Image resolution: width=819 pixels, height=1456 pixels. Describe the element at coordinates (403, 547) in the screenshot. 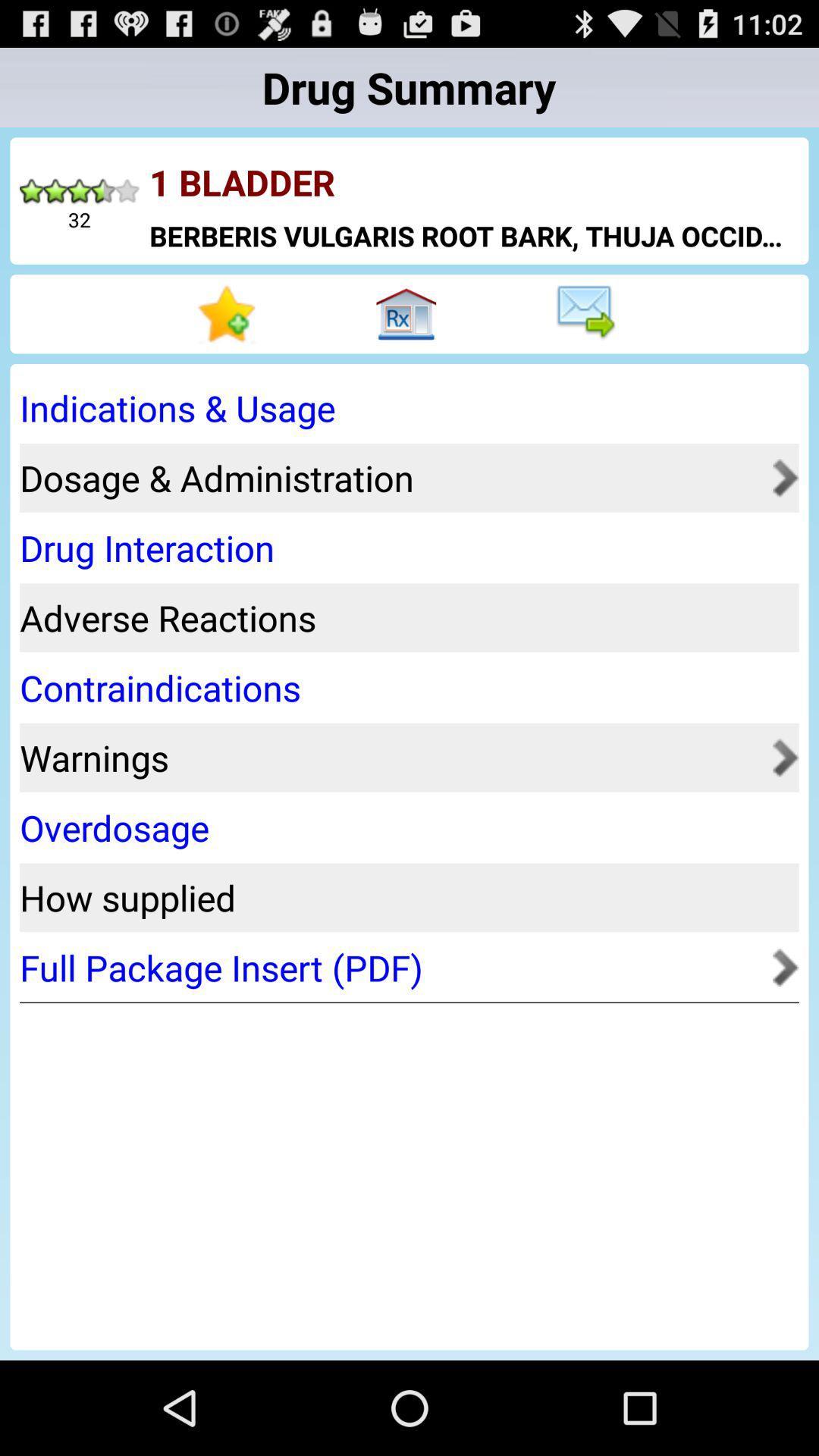

I see `icon above adverse reactions icon` at that location.